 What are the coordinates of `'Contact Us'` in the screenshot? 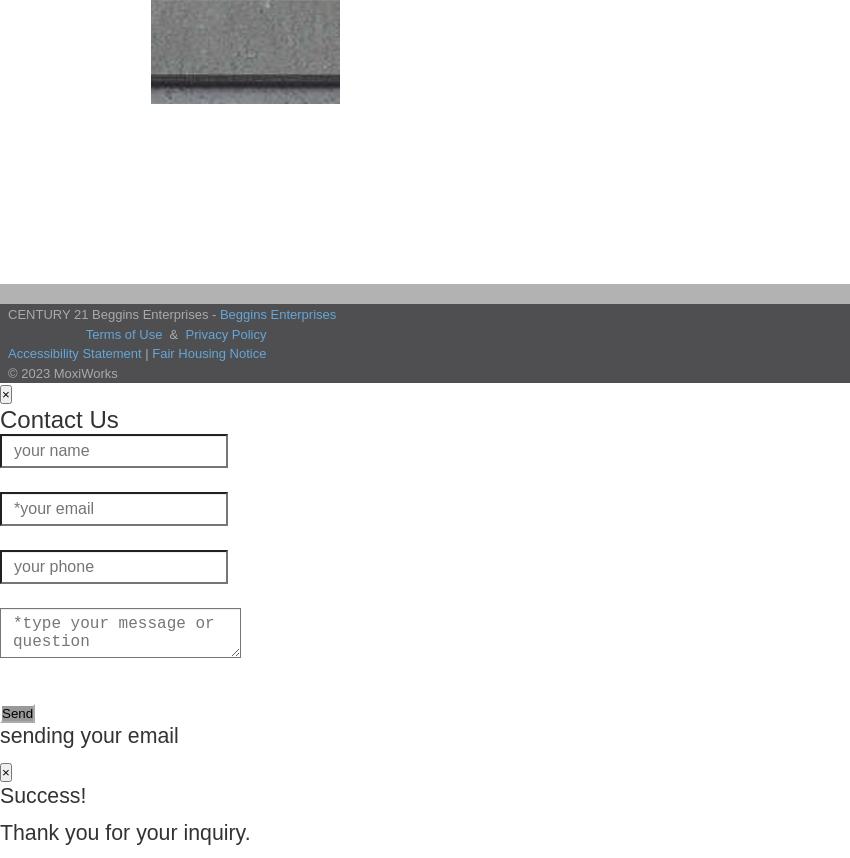 It's located at (0, 417).